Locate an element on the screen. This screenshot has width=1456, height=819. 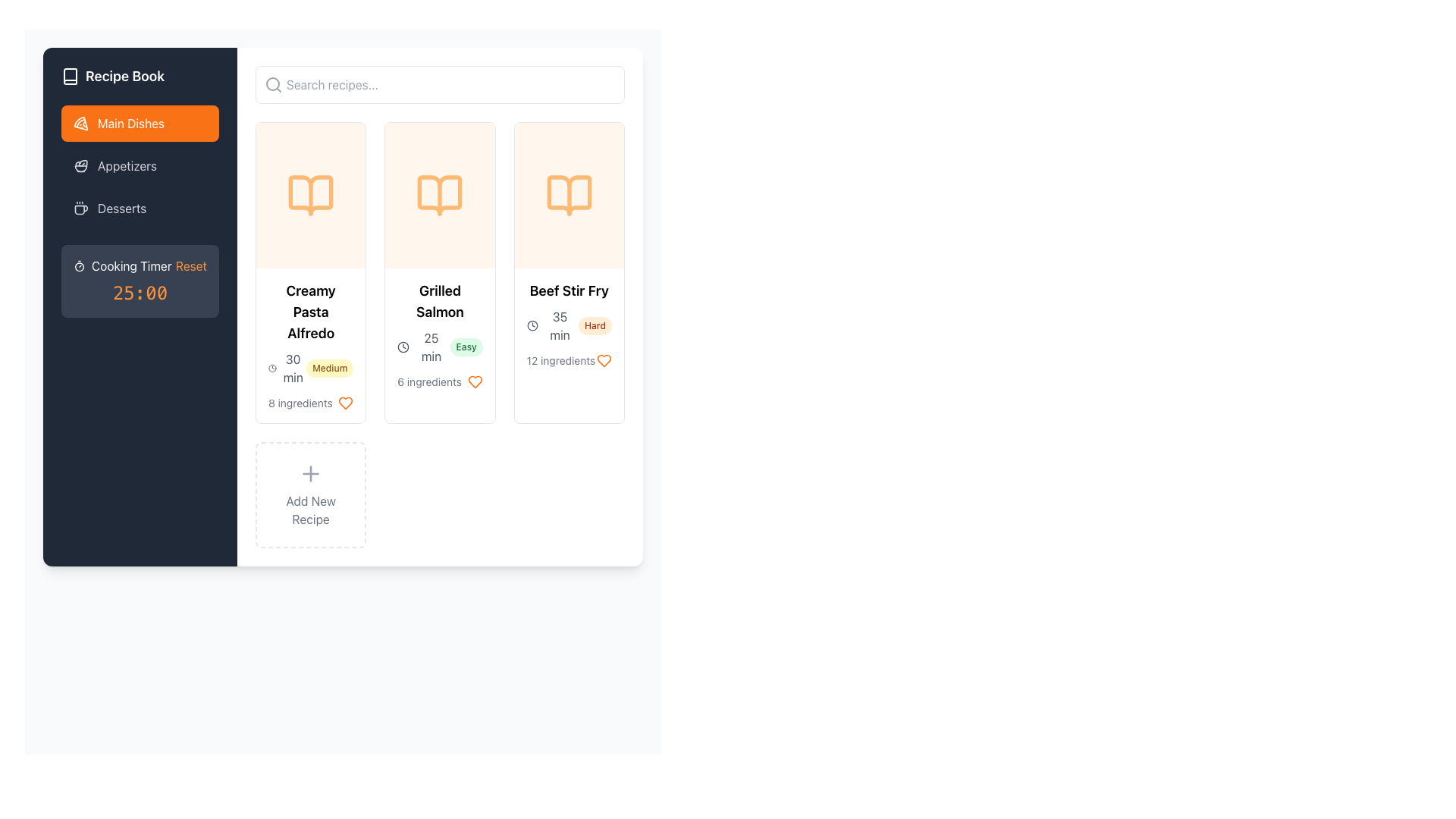
the IconPlaceholder representing the recipe card for 'Creamy Pasta Alfredo', located at the top of the card, above the title and details is located at coordinates (310, 195).